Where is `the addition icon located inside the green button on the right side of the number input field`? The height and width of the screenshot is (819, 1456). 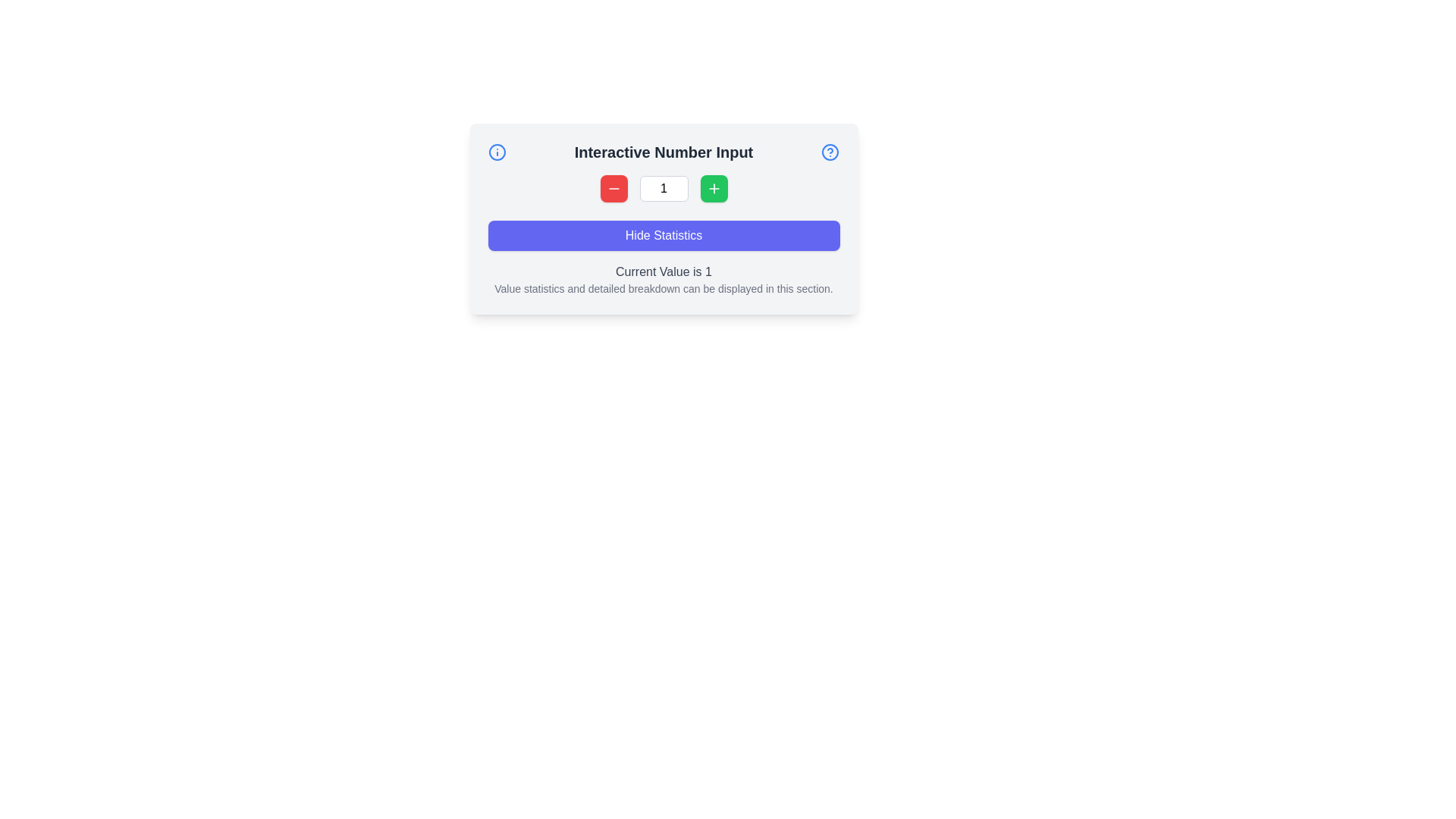
the addition icon located inside the green button on the right side of the number input field is located at coordinates (713, 188).